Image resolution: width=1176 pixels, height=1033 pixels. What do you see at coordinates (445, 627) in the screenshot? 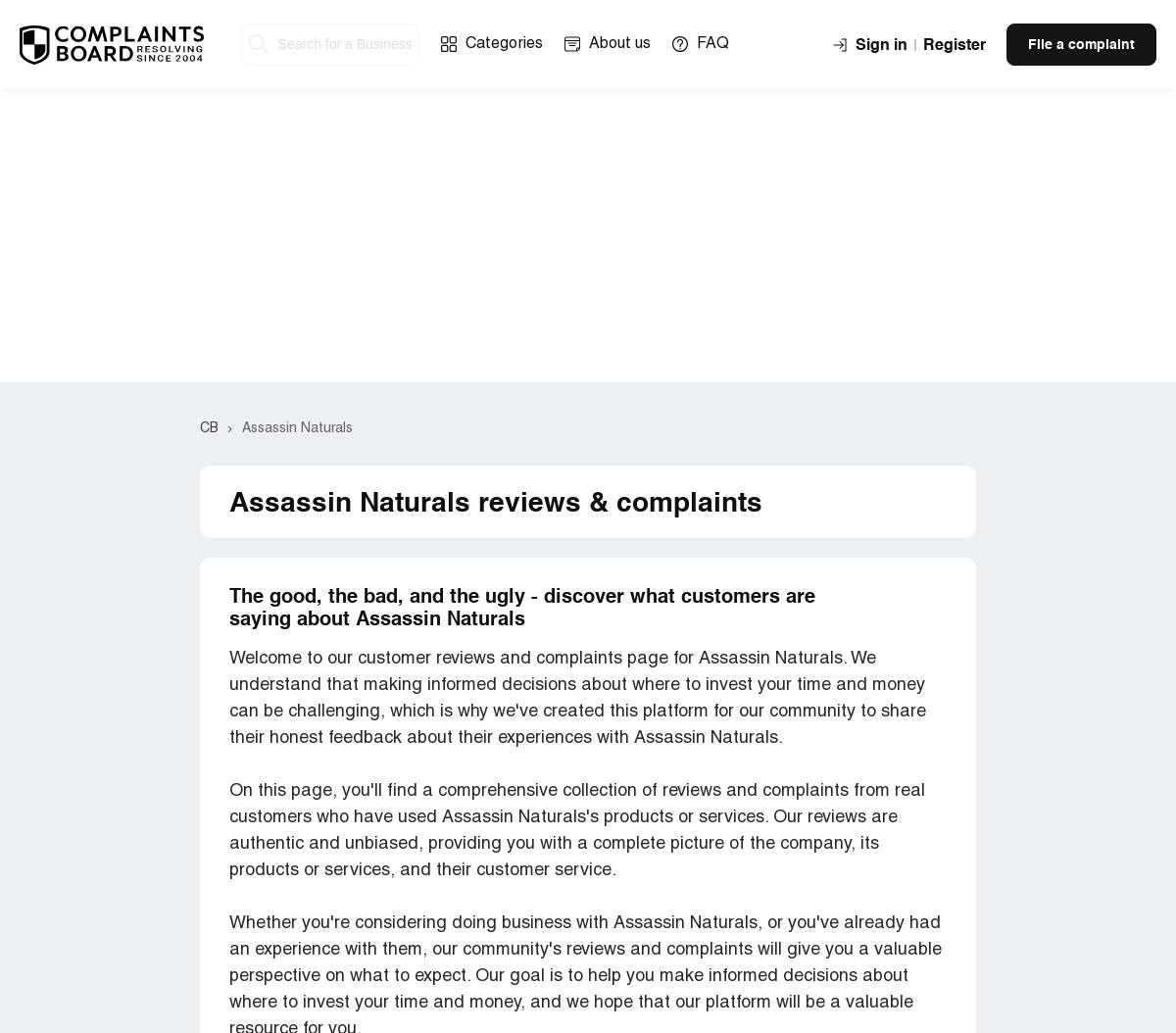
I see `'Last but not least, all our services are absolutely free'` at bounding box center [445, 627].